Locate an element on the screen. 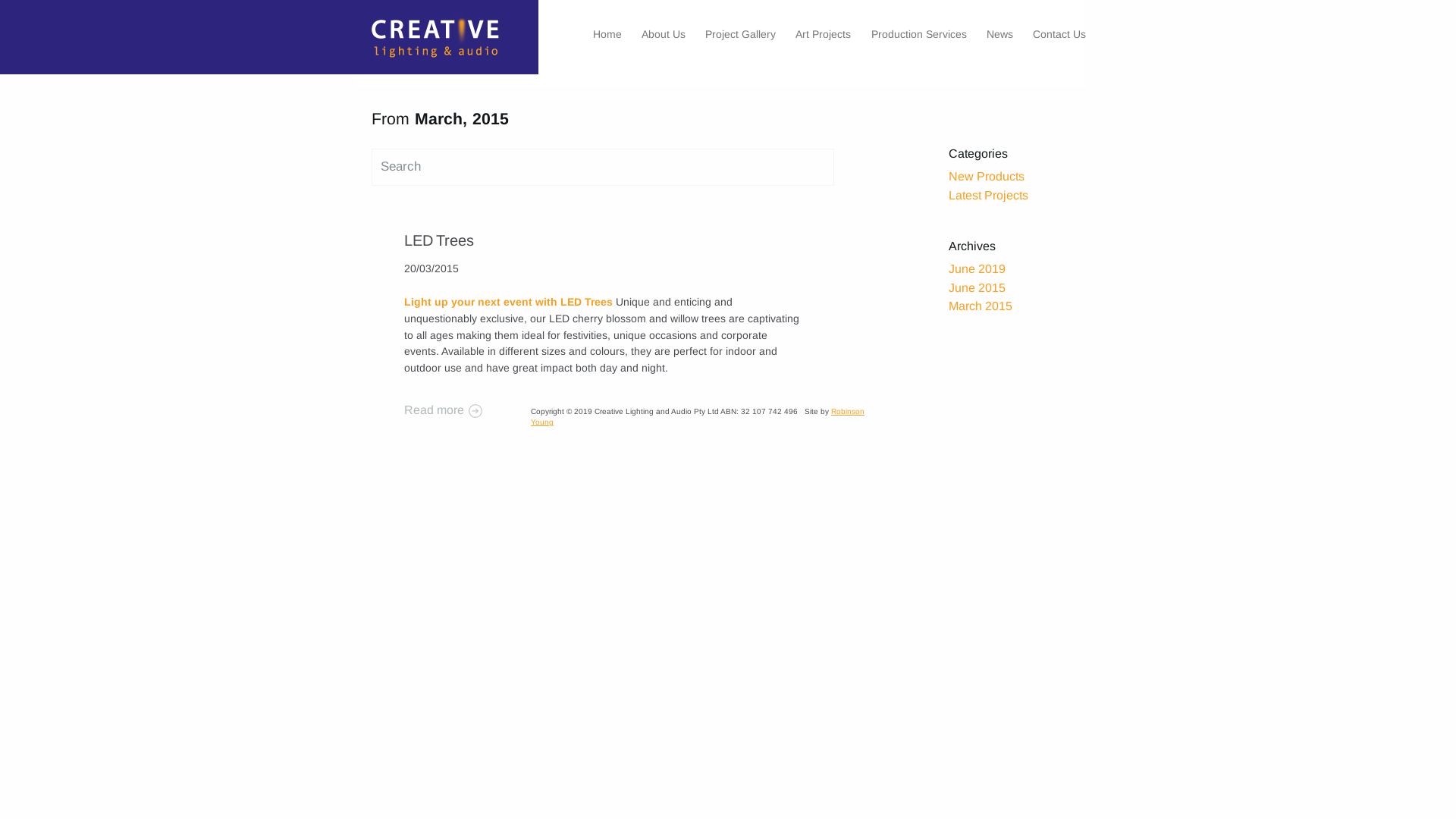  'Project Gallery' is located at coordinates (740, 34).